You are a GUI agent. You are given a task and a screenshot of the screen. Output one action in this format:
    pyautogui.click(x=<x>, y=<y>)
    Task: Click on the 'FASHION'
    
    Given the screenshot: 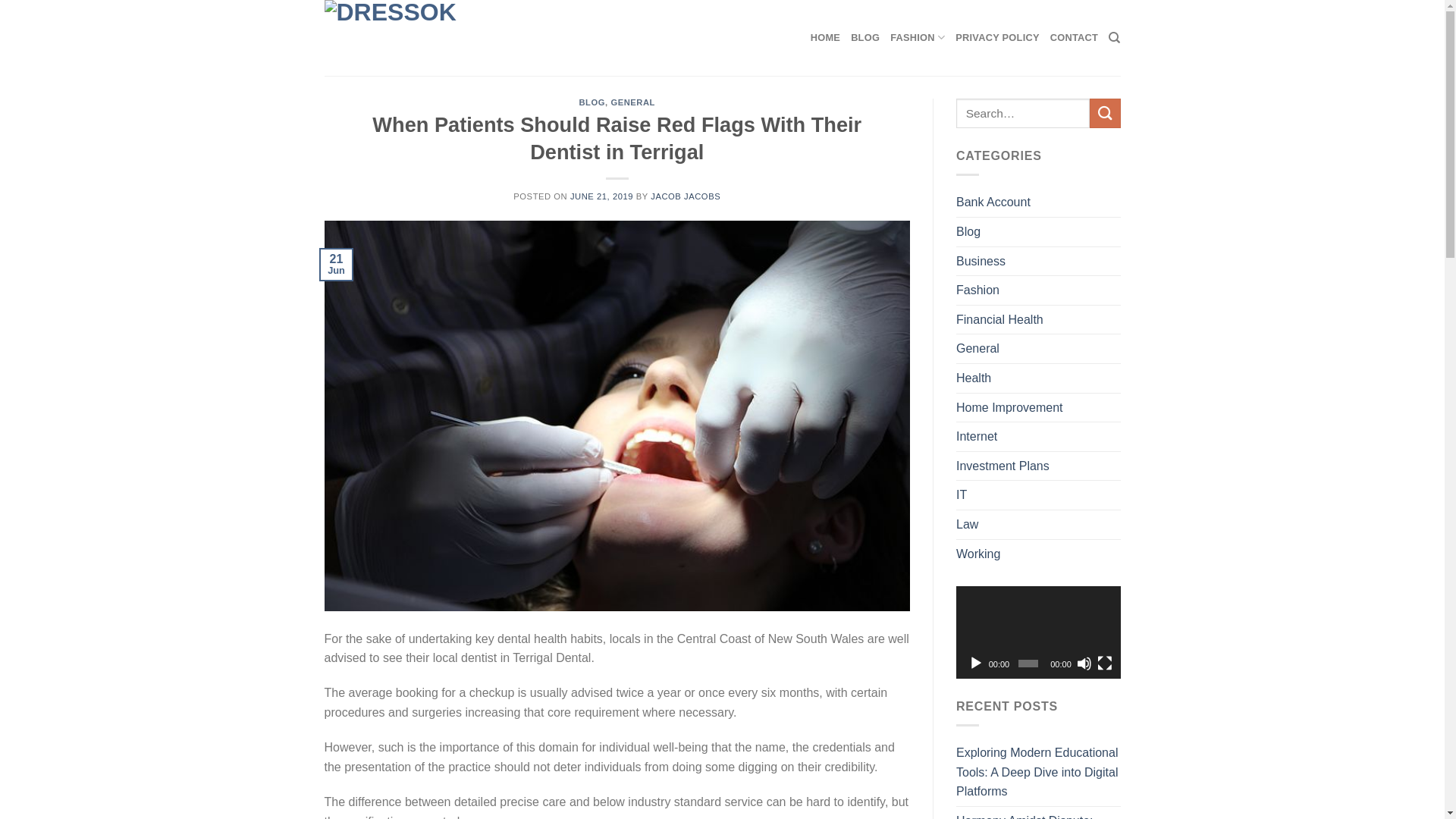 What is the action you would take?
    pyautogui.click(x=890, y=37)
    